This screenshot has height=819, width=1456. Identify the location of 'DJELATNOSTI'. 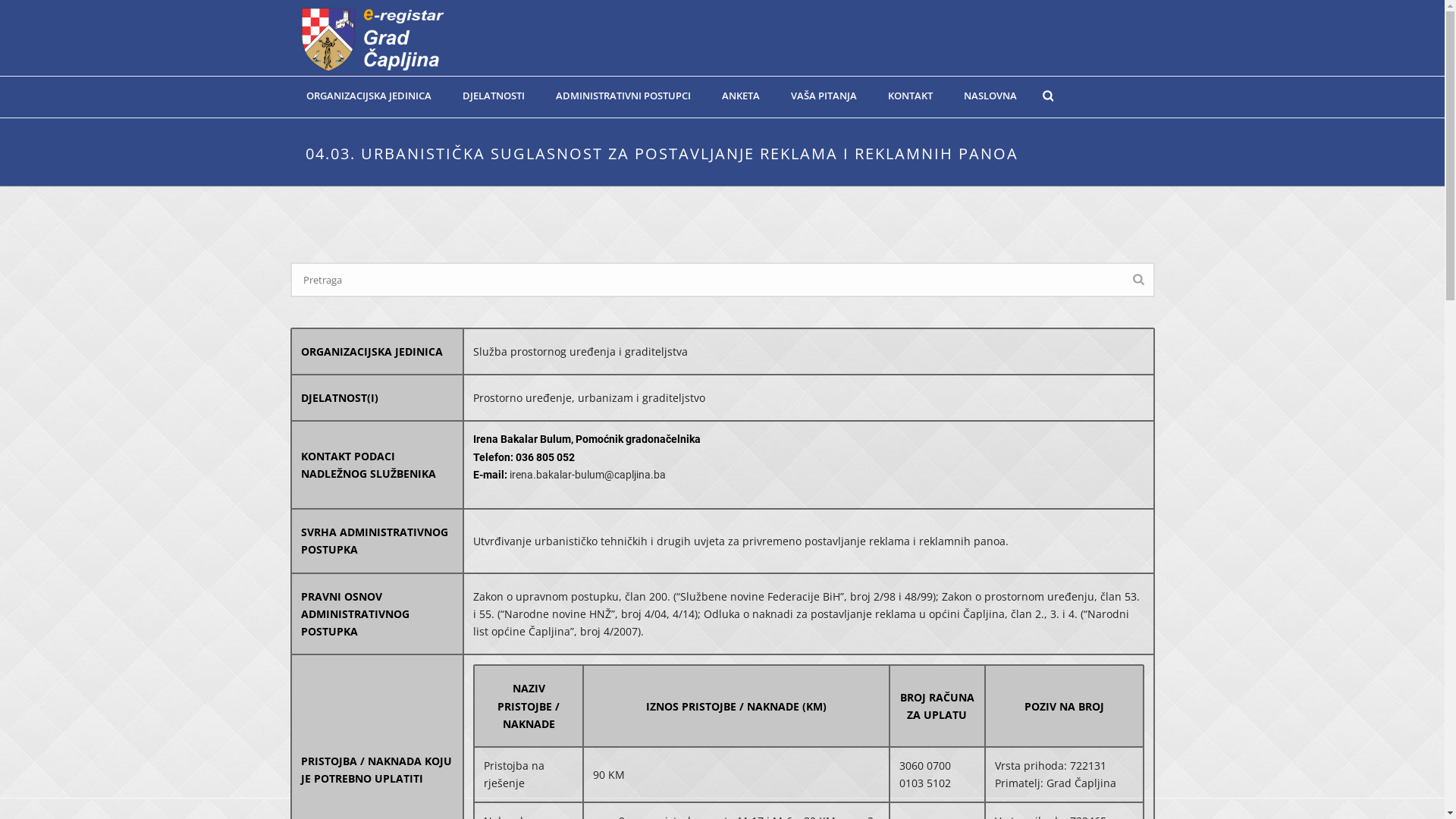
(494, 96).